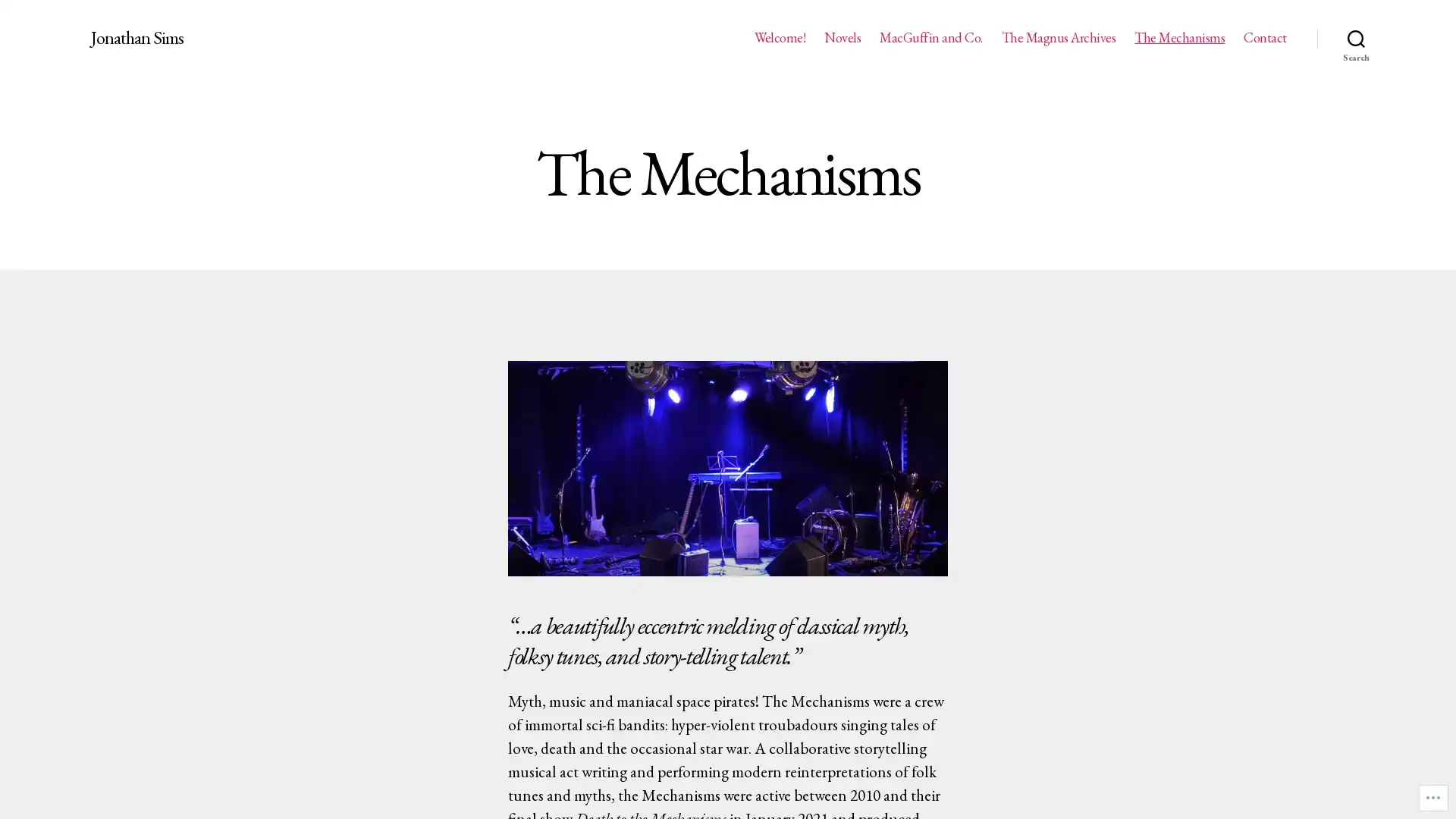  I want to click on Search, so click(1356, 37).